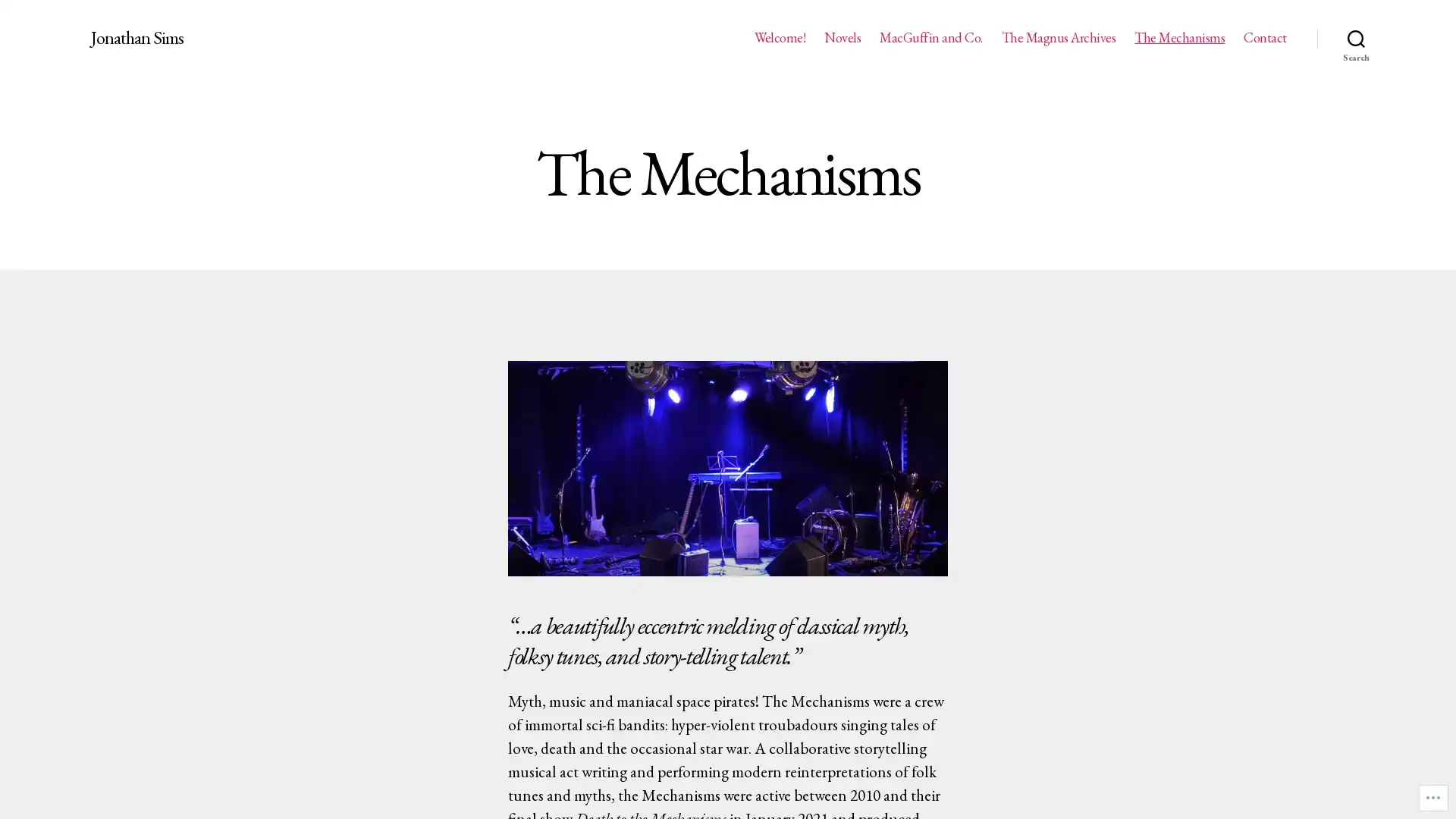  I want to click on Search, so click(1356, 37).